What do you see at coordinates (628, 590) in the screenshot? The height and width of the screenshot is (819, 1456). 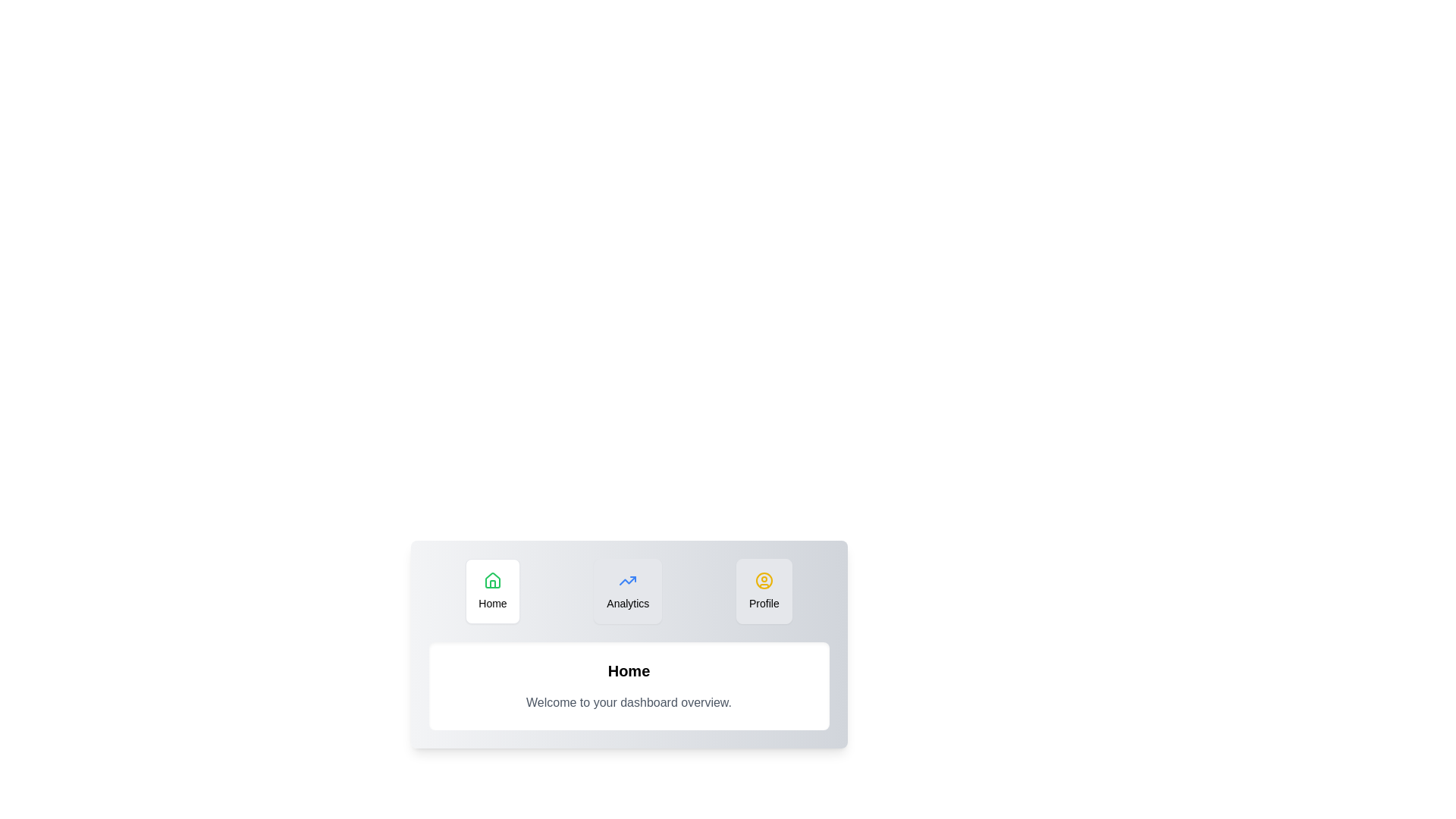 I see `the Analytics tab to observe the hover effect` at bounding box center [628, 590].